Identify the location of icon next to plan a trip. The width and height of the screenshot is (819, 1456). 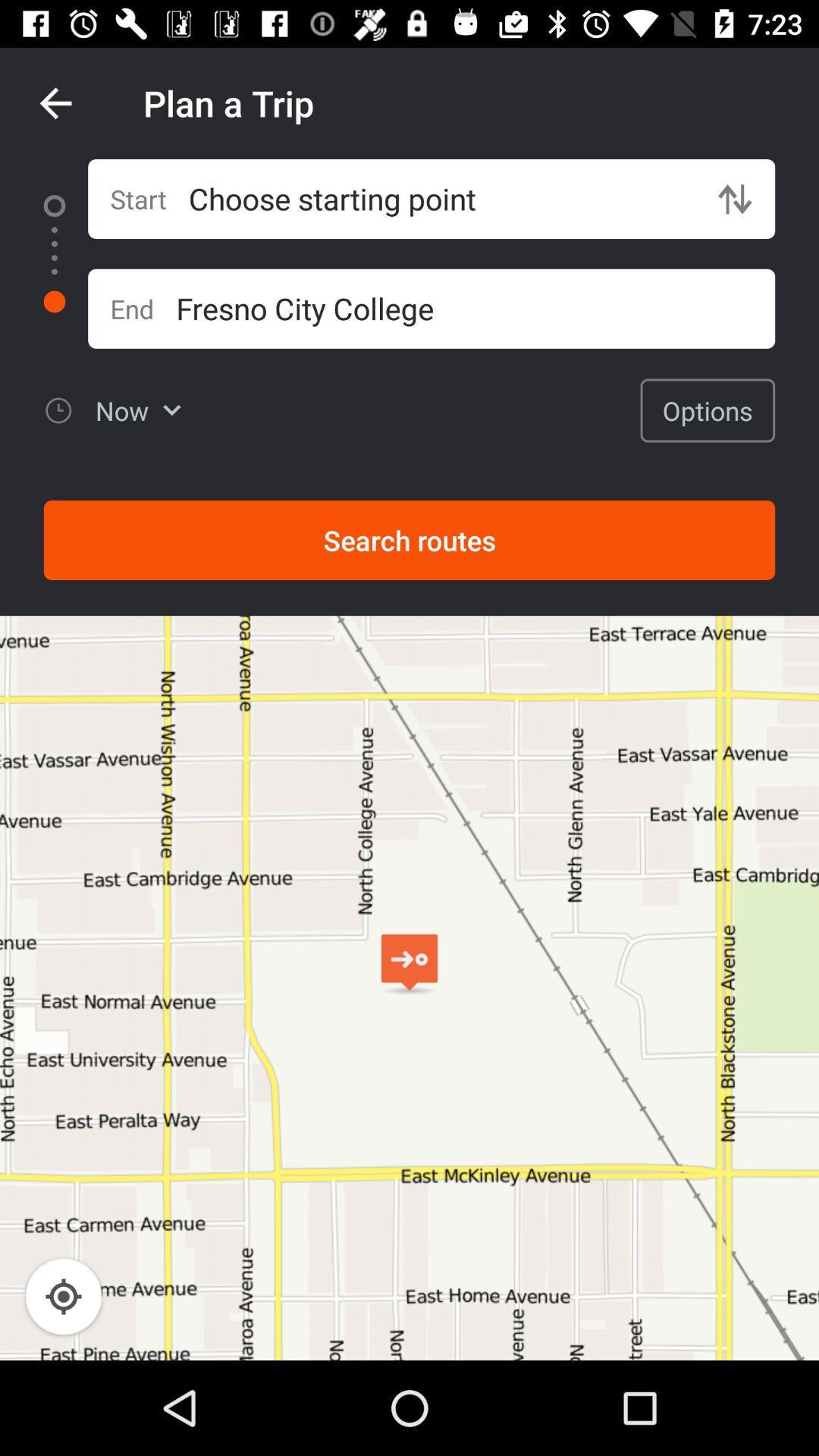
(55, 102).